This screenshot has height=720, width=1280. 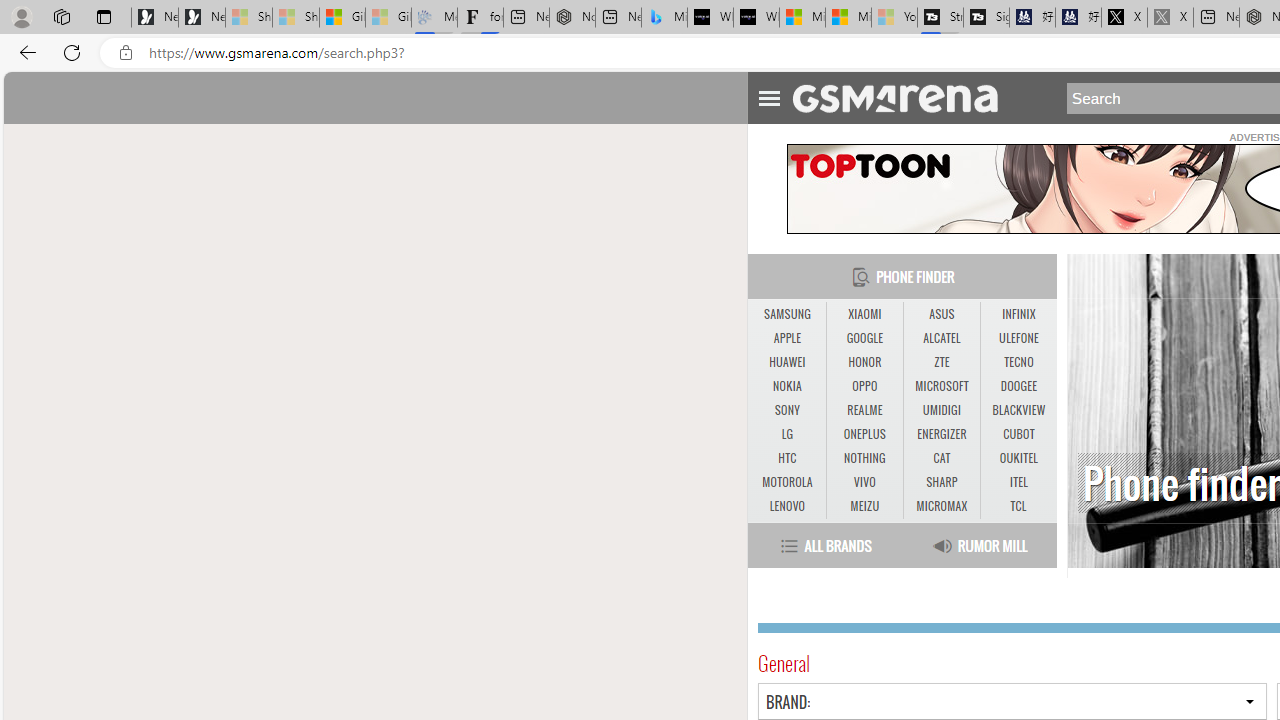 I want to click on 'SAMSUNG', so click(x=786, y=314).